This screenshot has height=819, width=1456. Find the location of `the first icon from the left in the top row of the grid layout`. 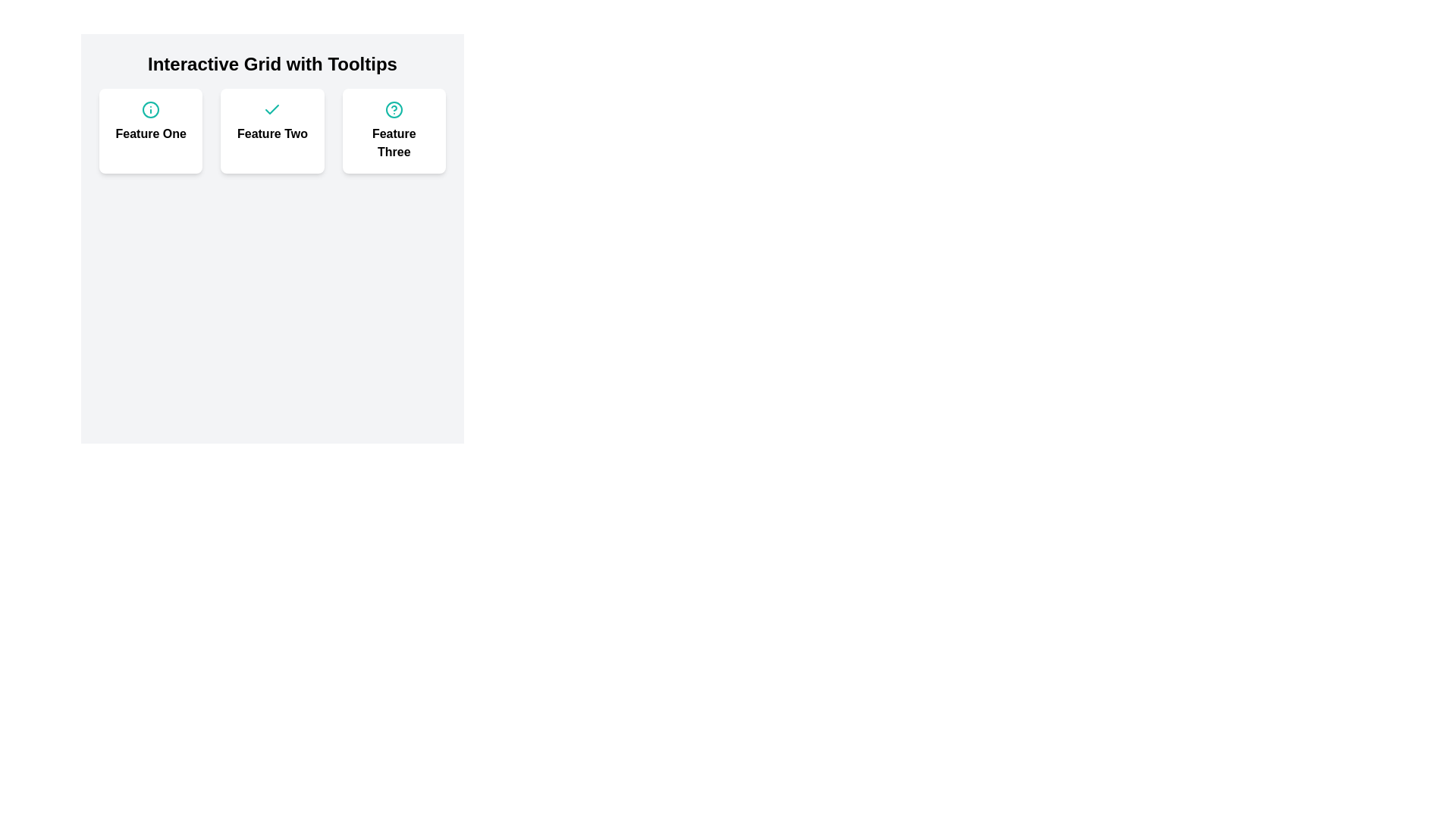

the first icon from the left in the top row of the grid layout is located at coordinates (151, 109).